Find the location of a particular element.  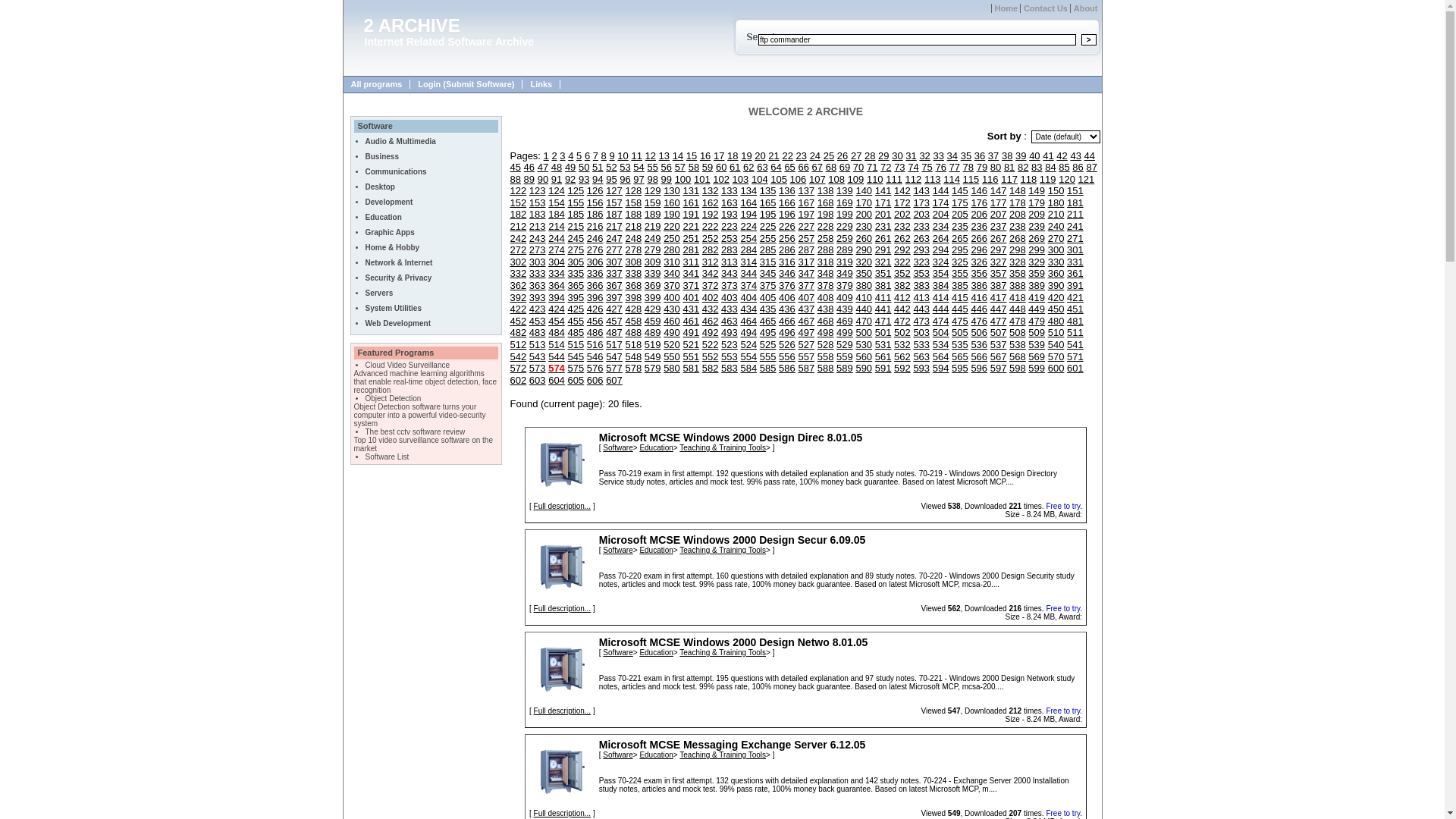

'552' is located at coordinates (709, 356).